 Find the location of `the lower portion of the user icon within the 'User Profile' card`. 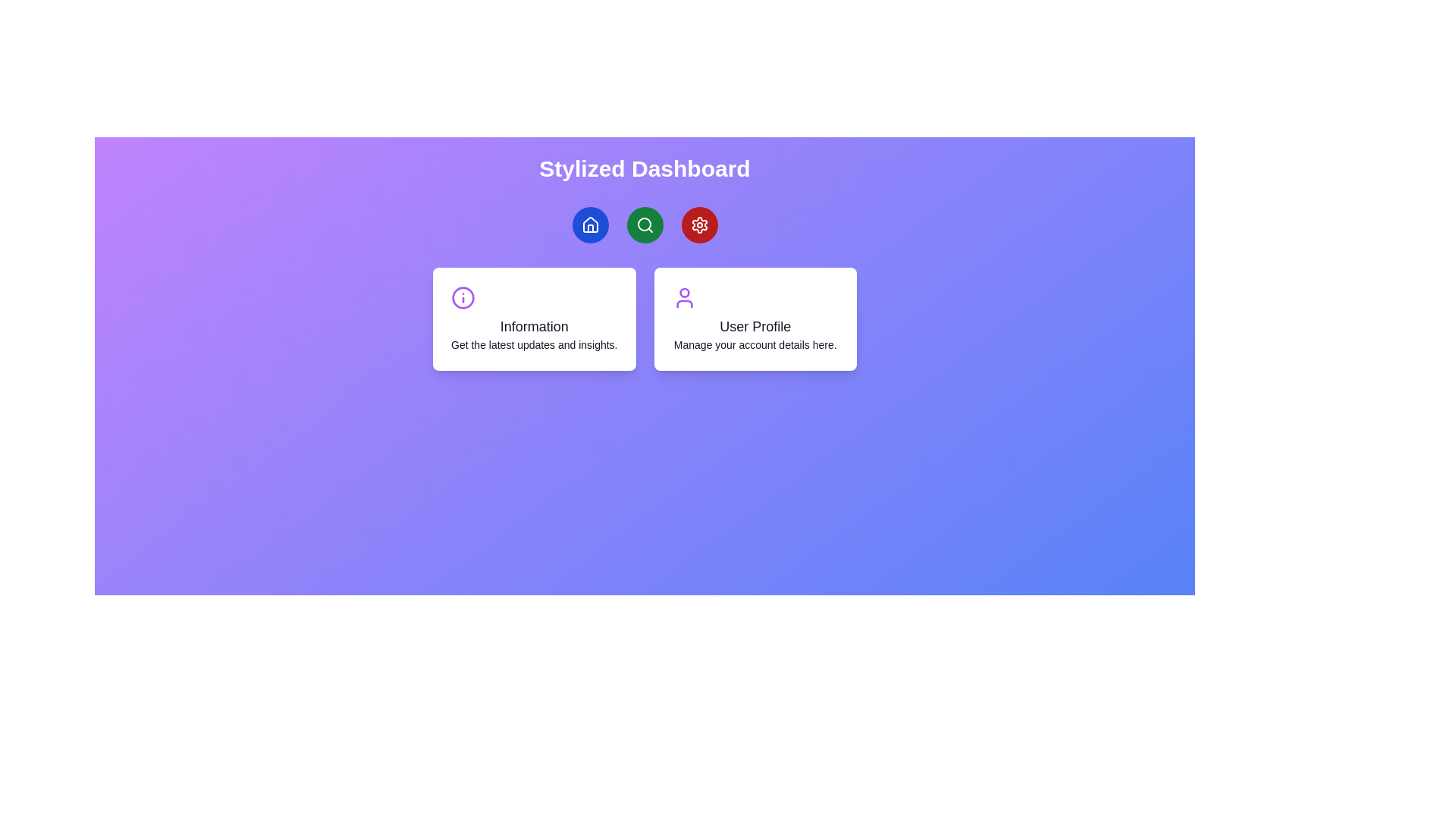

the lower portion of the user icon within the 'User Profile' card is located at coordinates (683, 304).